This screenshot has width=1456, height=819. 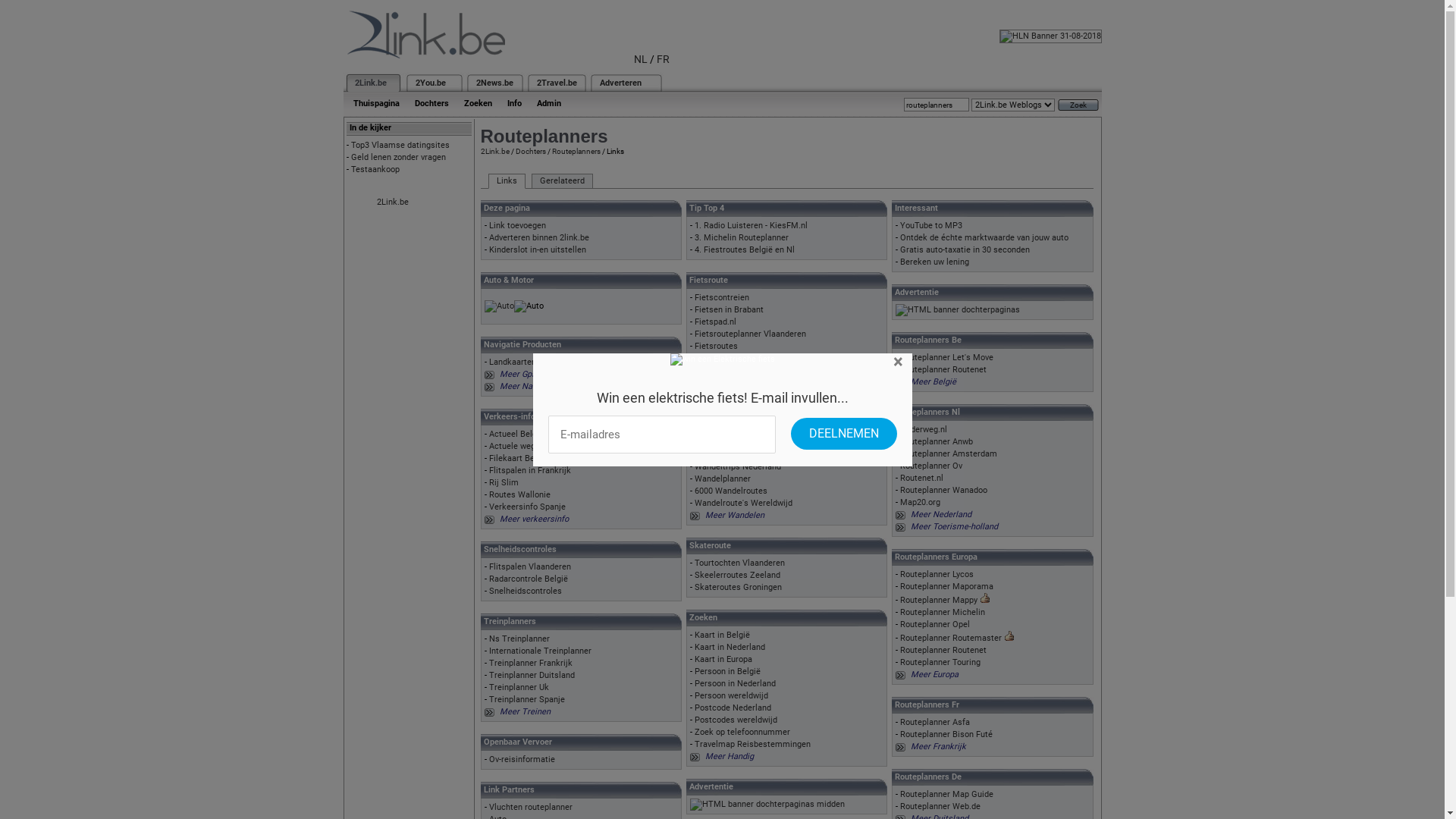 I want to click on 'Routeplanner Ov', so click(x=899, y=465).